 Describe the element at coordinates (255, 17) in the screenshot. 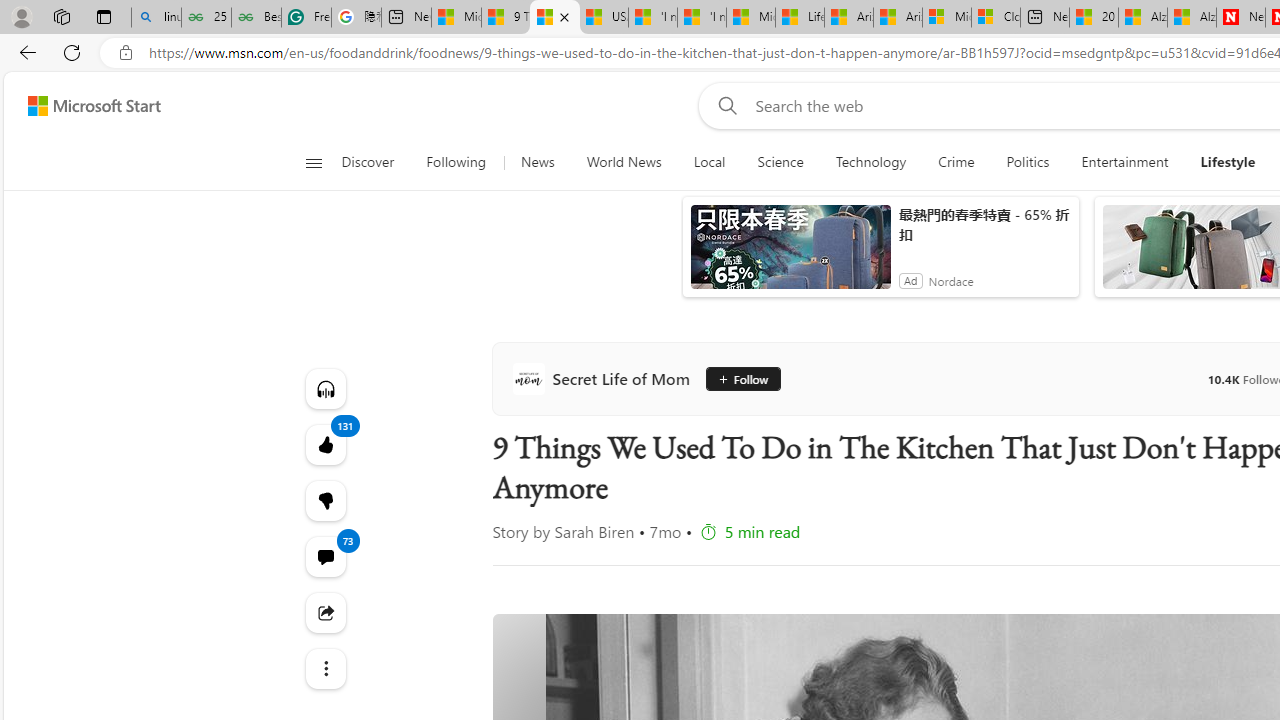

I see `'Best SSL Certificates Provider in India - GeeksforGeeks'` at that location.